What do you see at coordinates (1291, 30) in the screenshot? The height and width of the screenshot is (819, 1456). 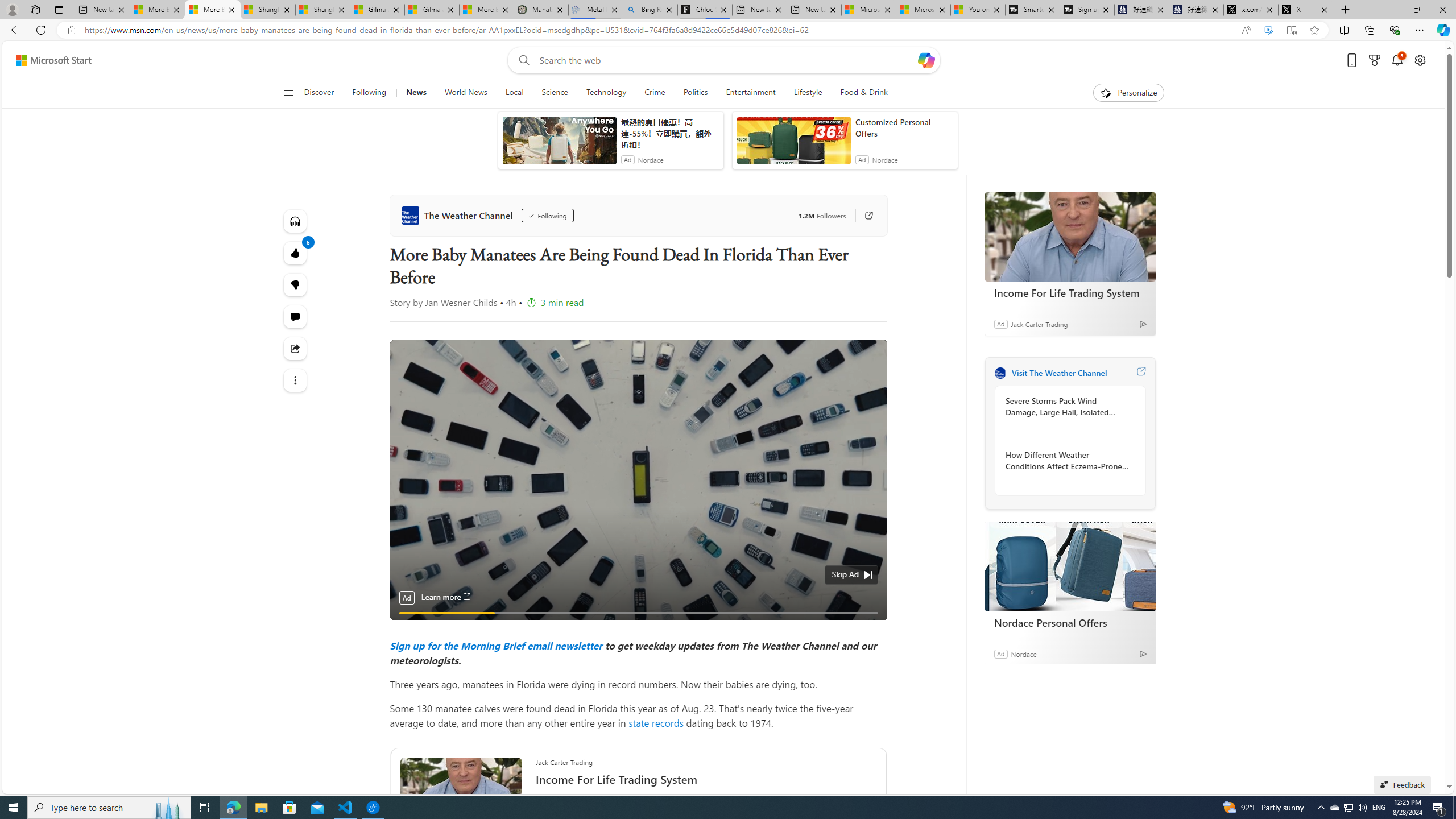 I see `'Enter Immersive Reader (F9)'` at bounding box center [1291, 30].